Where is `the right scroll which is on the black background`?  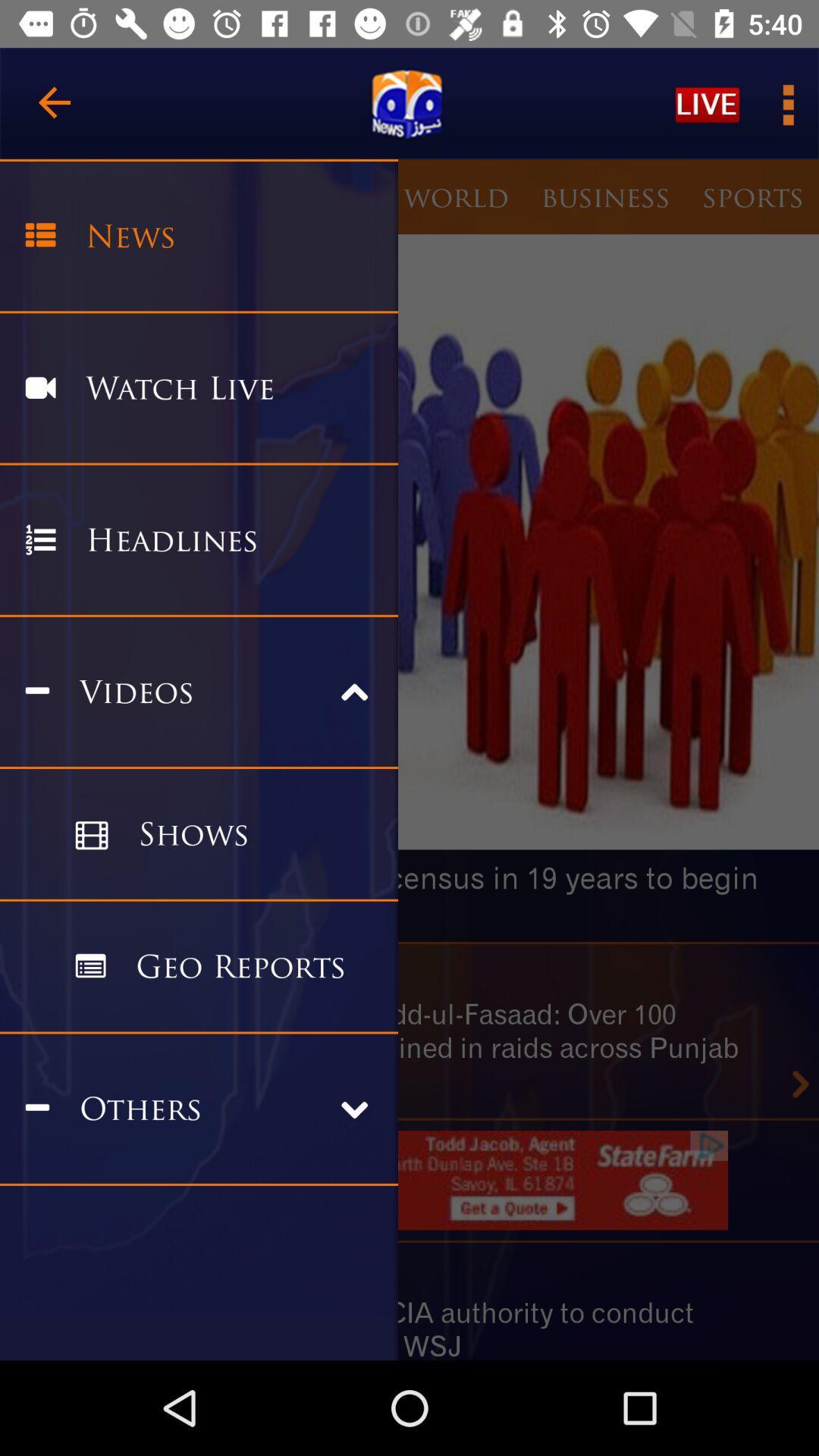 the right scroll which is on the black background is located at coordinates (800, 1084).